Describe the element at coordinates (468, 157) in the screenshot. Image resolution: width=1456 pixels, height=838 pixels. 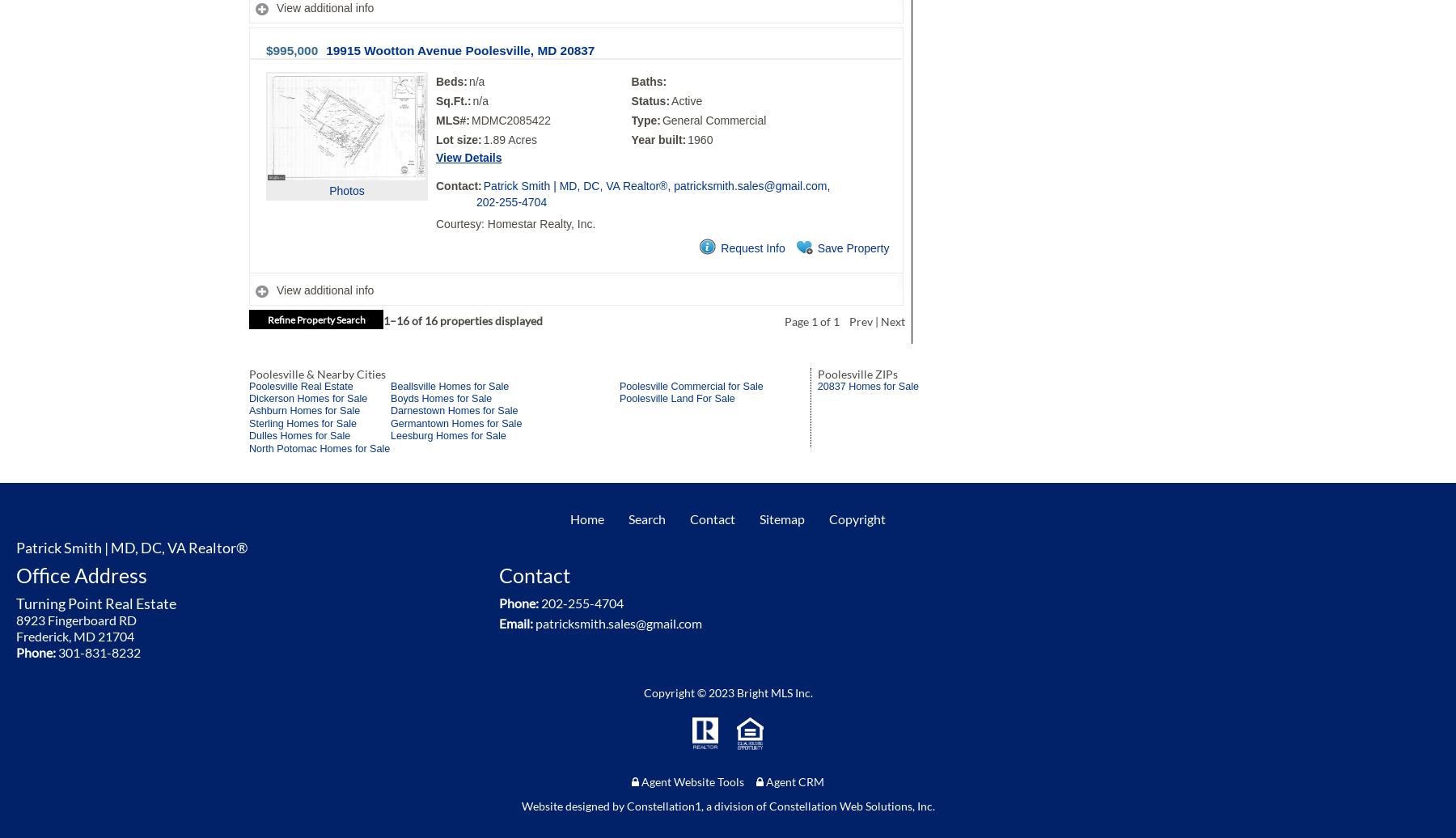
I see `'View Details'` at that location.